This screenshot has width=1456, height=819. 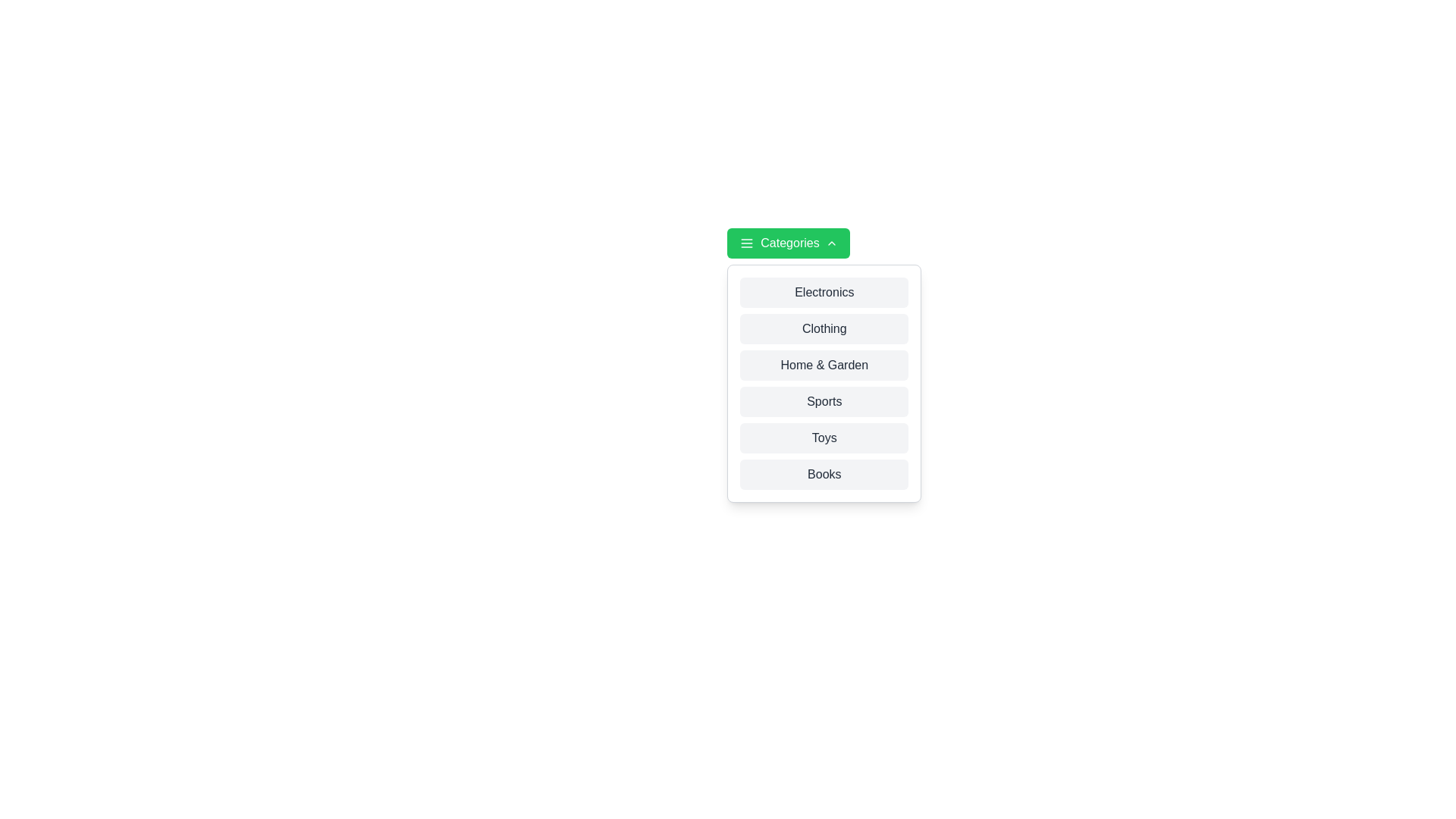 What do you see at coordinates (823, 382) in the screenshot?
I see `the specific category button in the dropdown menu located below the 'Categories' green button` at bounding box center [823, 382].